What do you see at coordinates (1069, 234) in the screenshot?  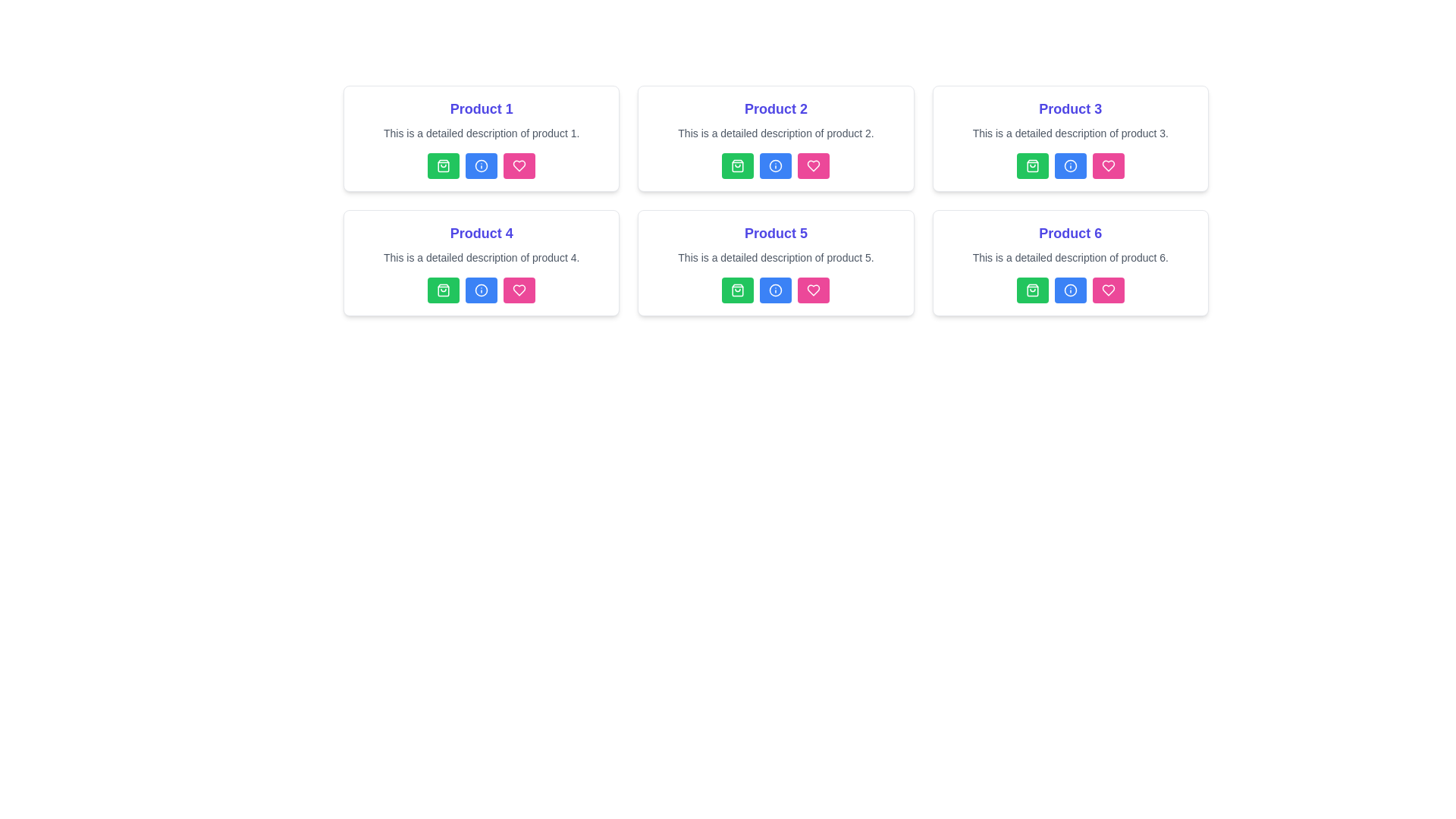 I see `the text label displaying 'Product 6' in large, bold indigo font, located in the second row and third column of the product grid` at bounding box center [1069, 234].